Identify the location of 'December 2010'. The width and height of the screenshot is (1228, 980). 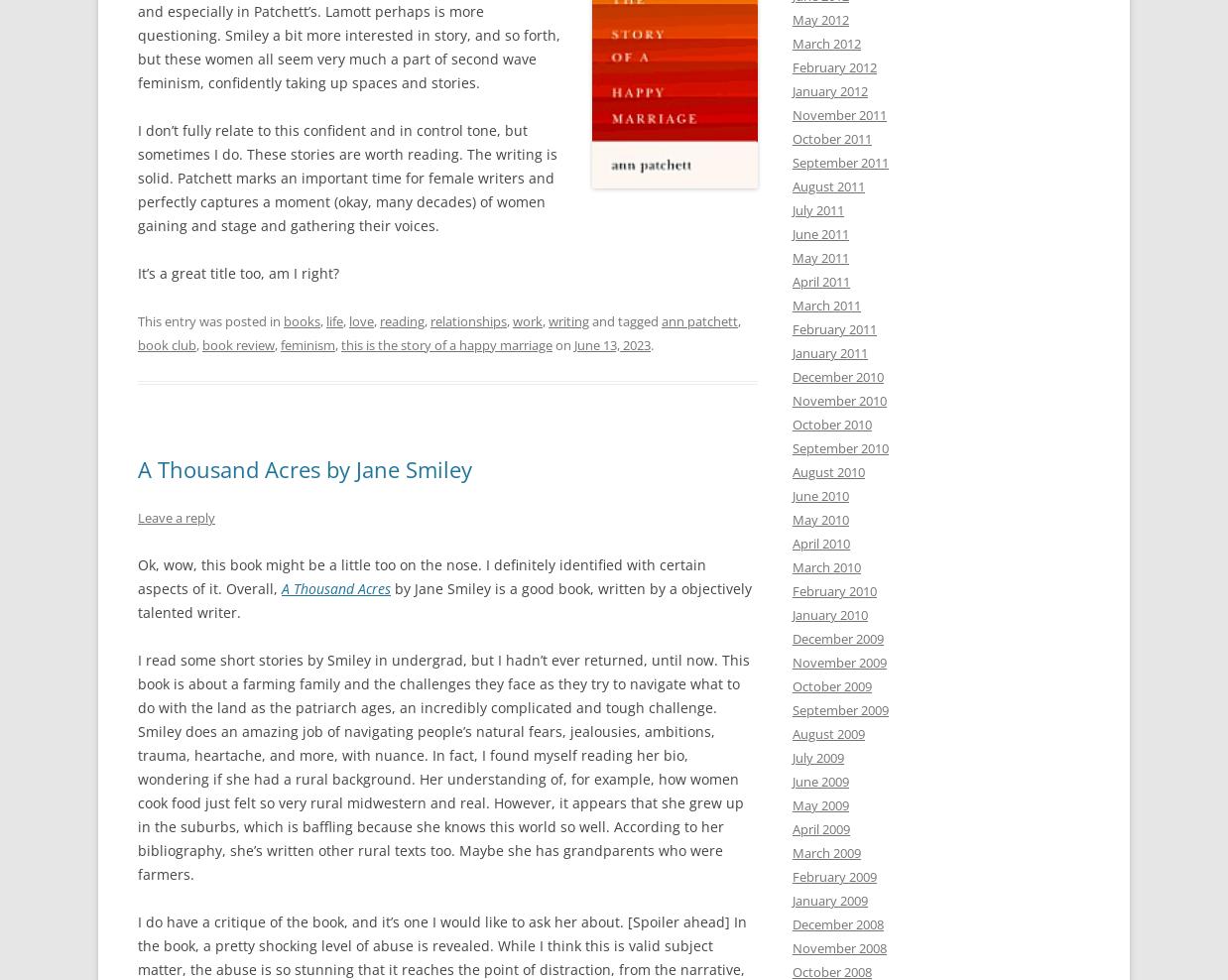
(837, 375).